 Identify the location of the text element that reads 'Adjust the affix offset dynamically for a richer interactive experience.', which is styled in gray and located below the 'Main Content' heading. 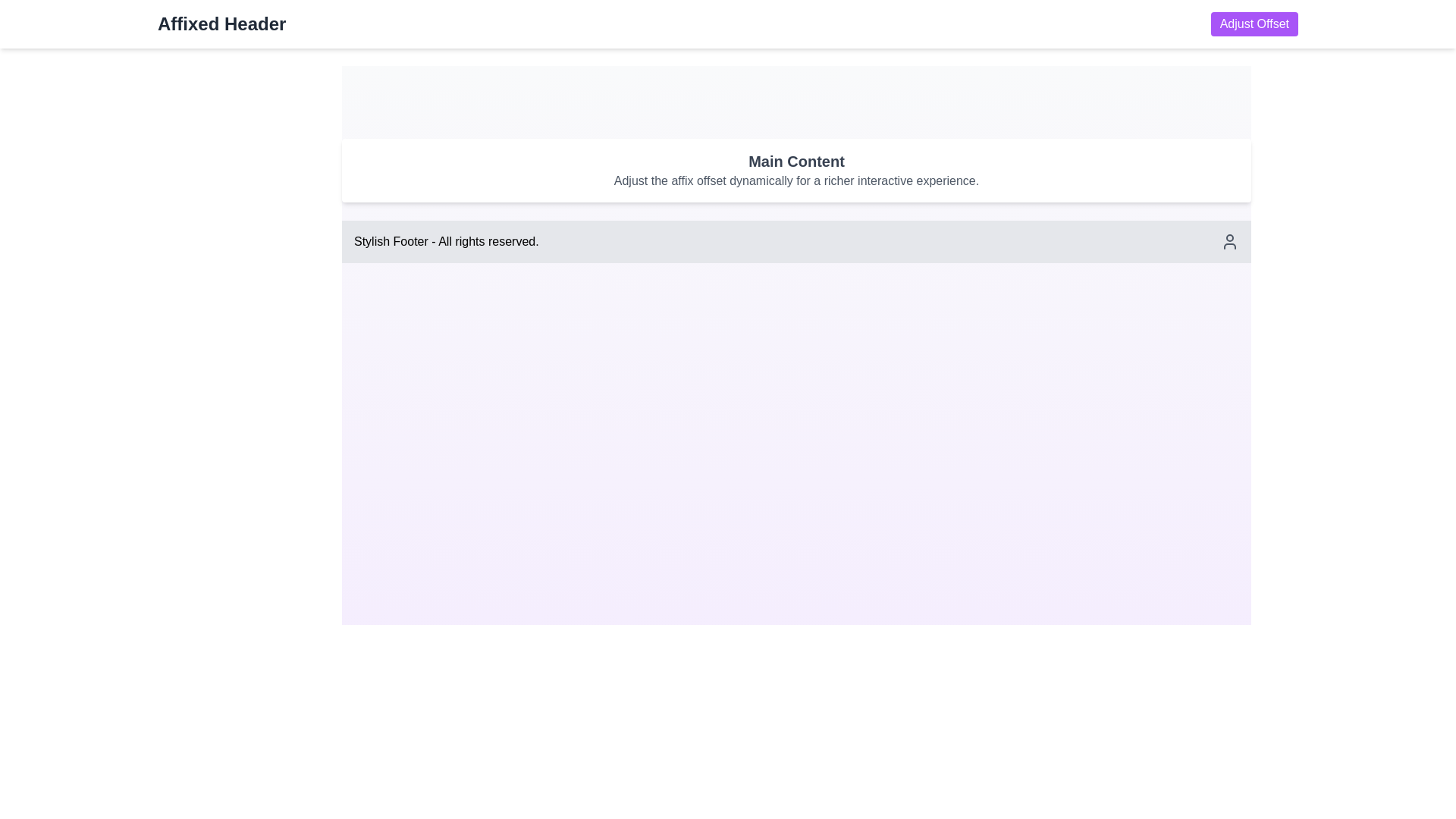
(795, 180).